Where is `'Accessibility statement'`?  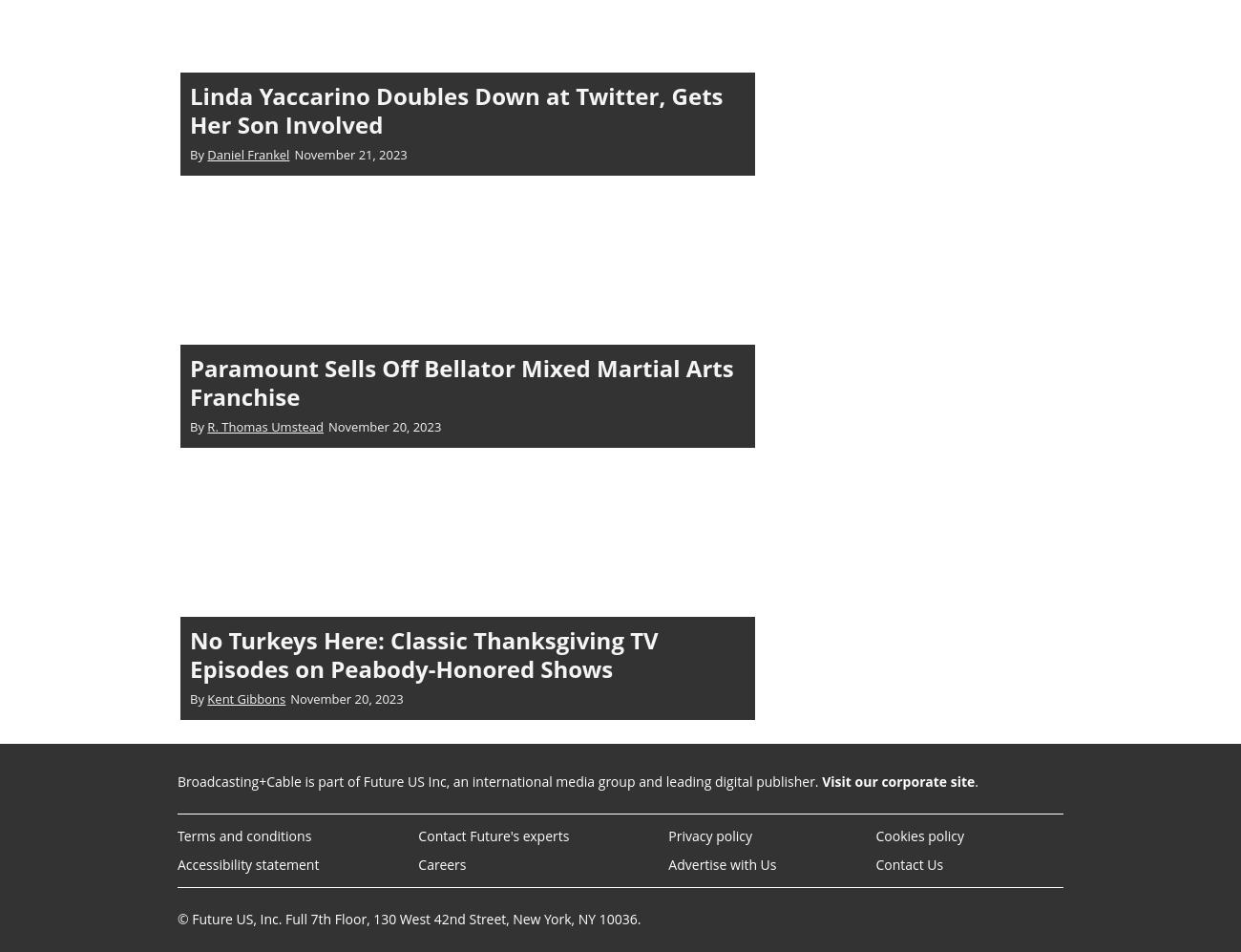
'Accessibility statement' is located at coordinates (247, 863).